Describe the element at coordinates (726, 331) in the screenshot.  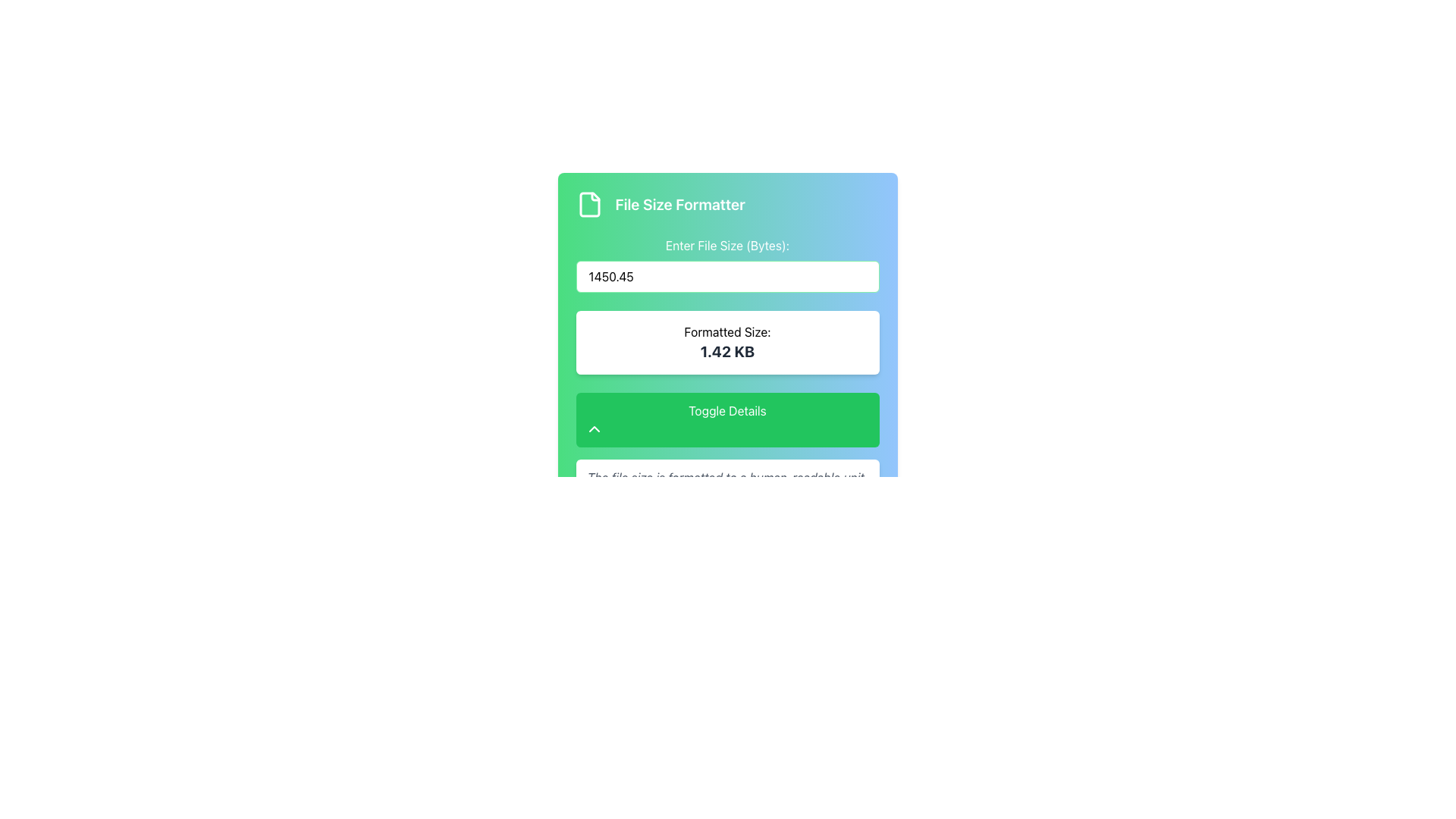
I see `the Text Label that provides context to the formatted size value displayed beneath it, positioned above the bold text '1.42 KB'` at that location.